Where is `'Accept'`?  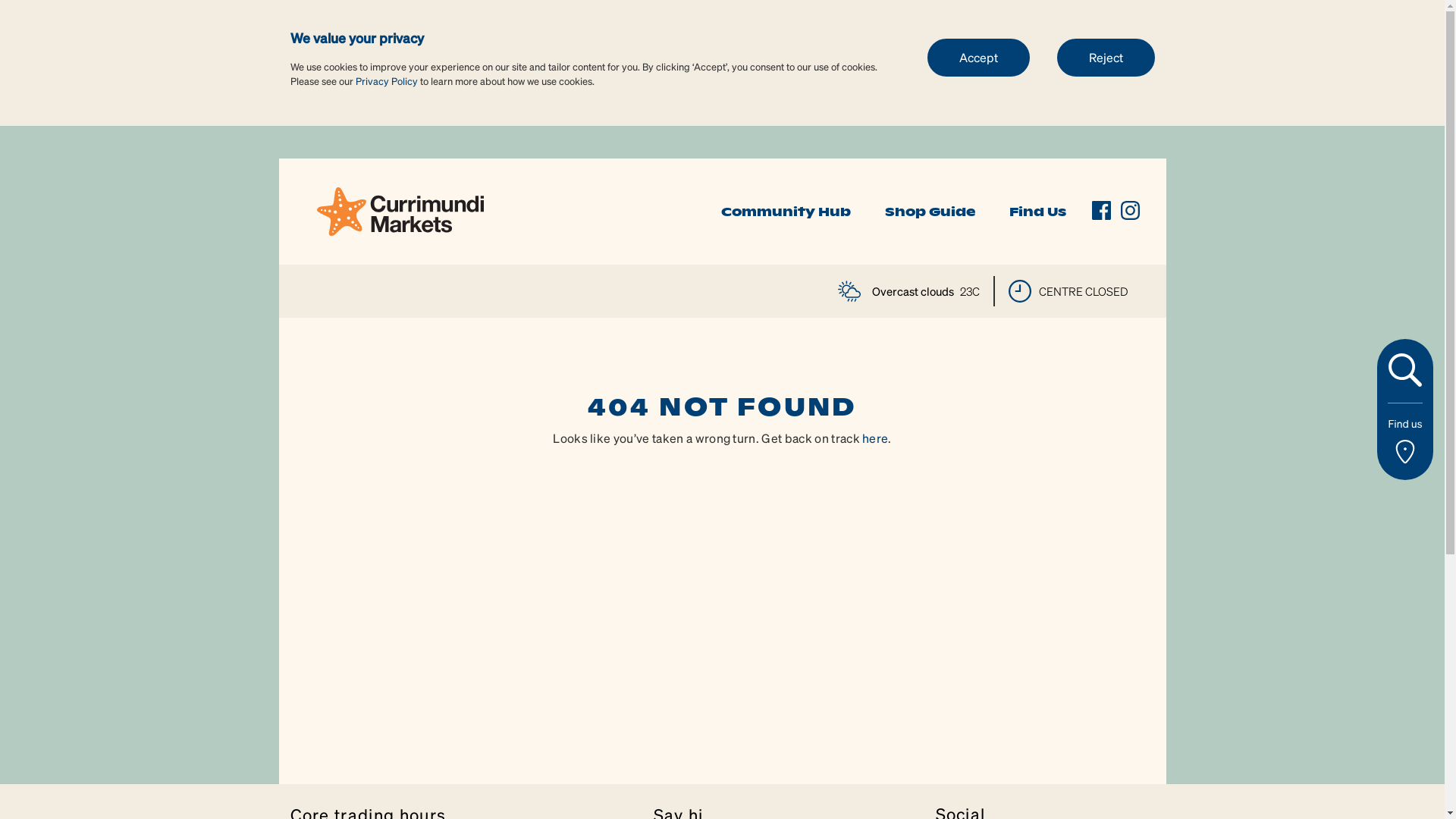
'Accept' is located at coordinates (977, 55).